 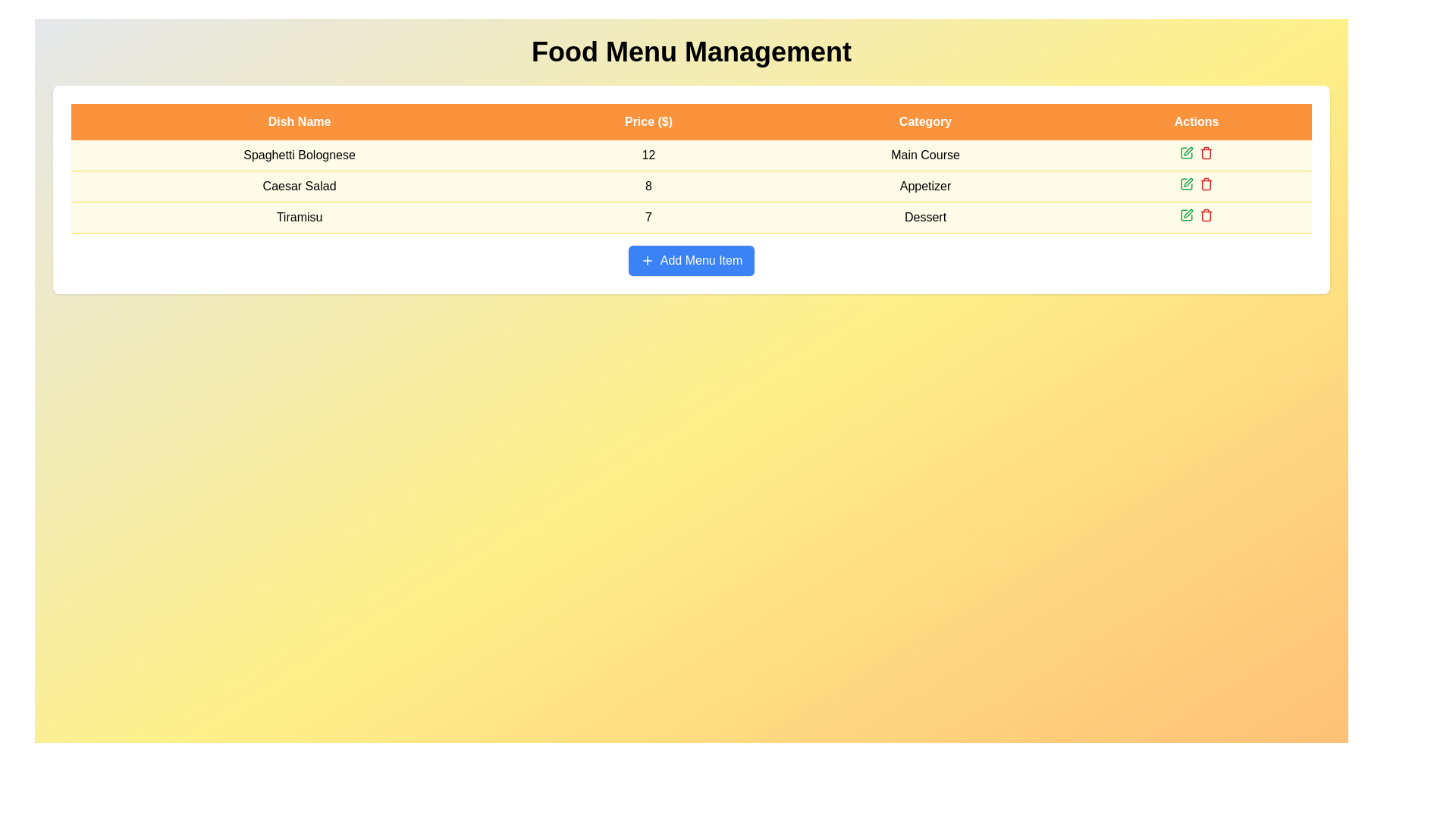 What do you see at coordinates (647, 259) in the screenshot?
I see `the plus icon located to the left of the text 'Add Menu Item' within the blue rectangular button at the bottom of the interface` at bounding box center [647, 259].